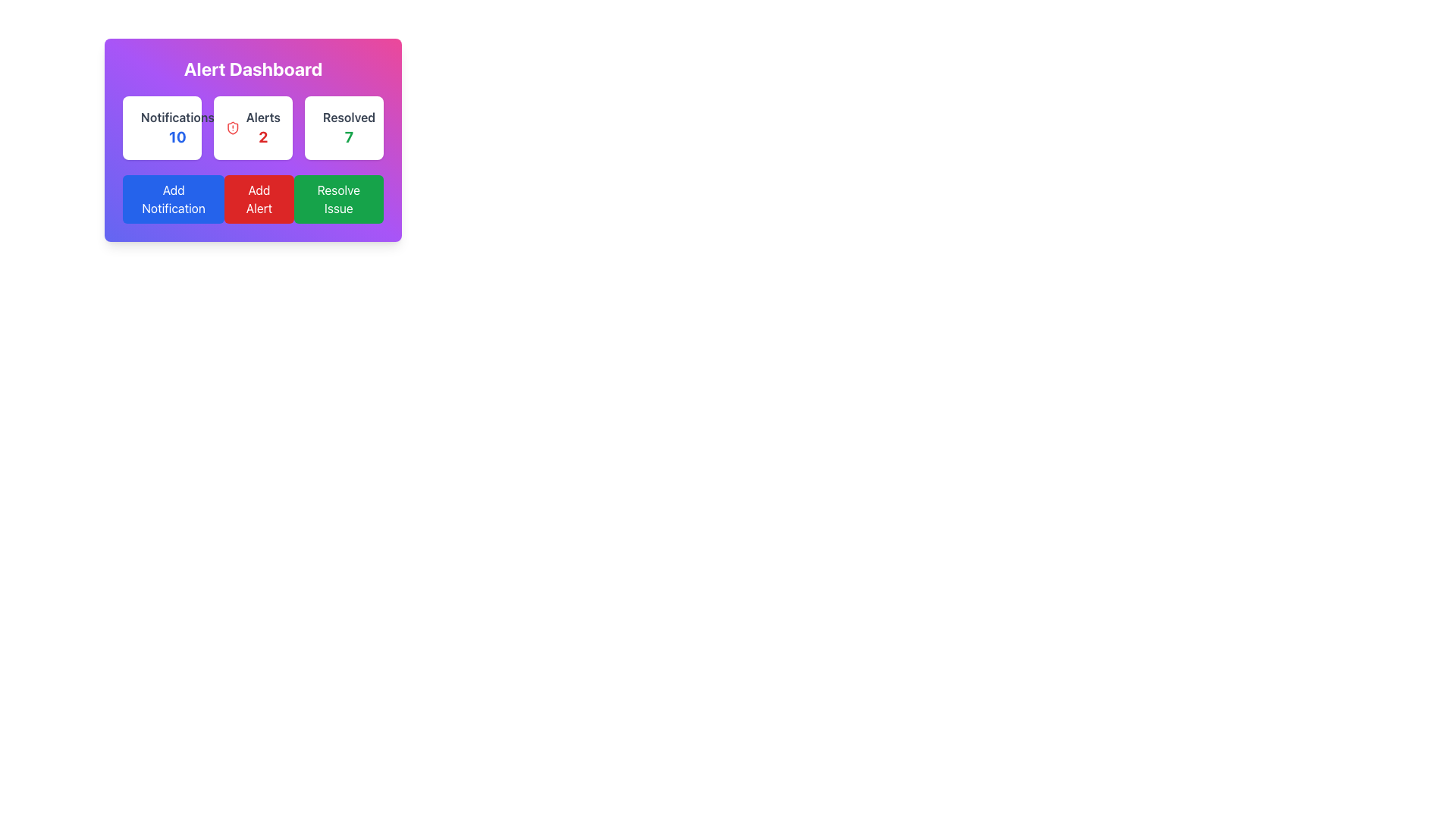  What do you see at coordinates (253, 127) in the screenshot?
I see `the Info Card displaying the count of 'Alerts' in the dashboard, which is the second card in a grid layout under the 'Alert Dashboard' header` at bounding box center [253, 127].